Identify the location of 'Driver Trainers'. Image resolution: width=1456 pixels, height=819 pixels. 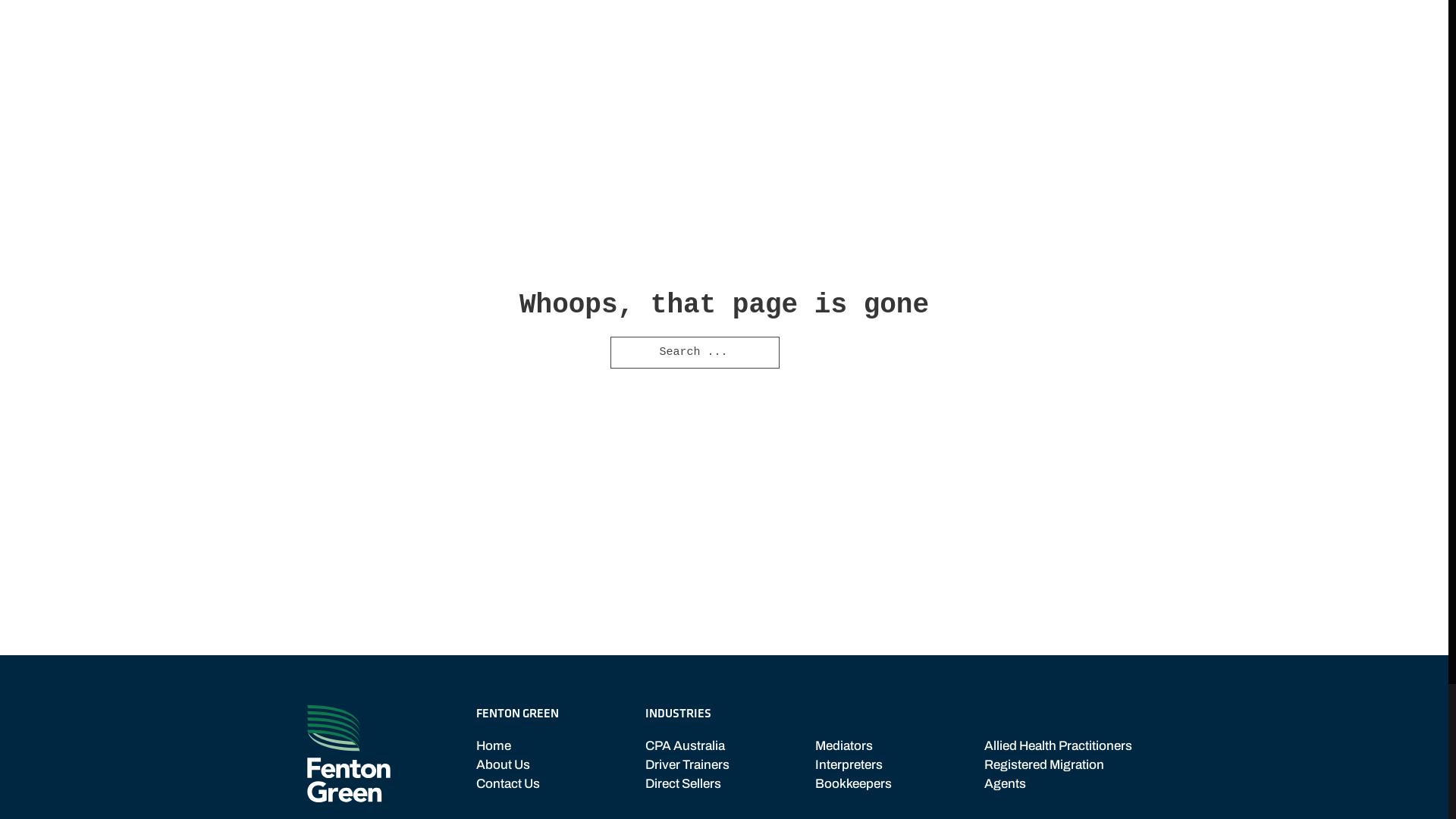
(686, 764).